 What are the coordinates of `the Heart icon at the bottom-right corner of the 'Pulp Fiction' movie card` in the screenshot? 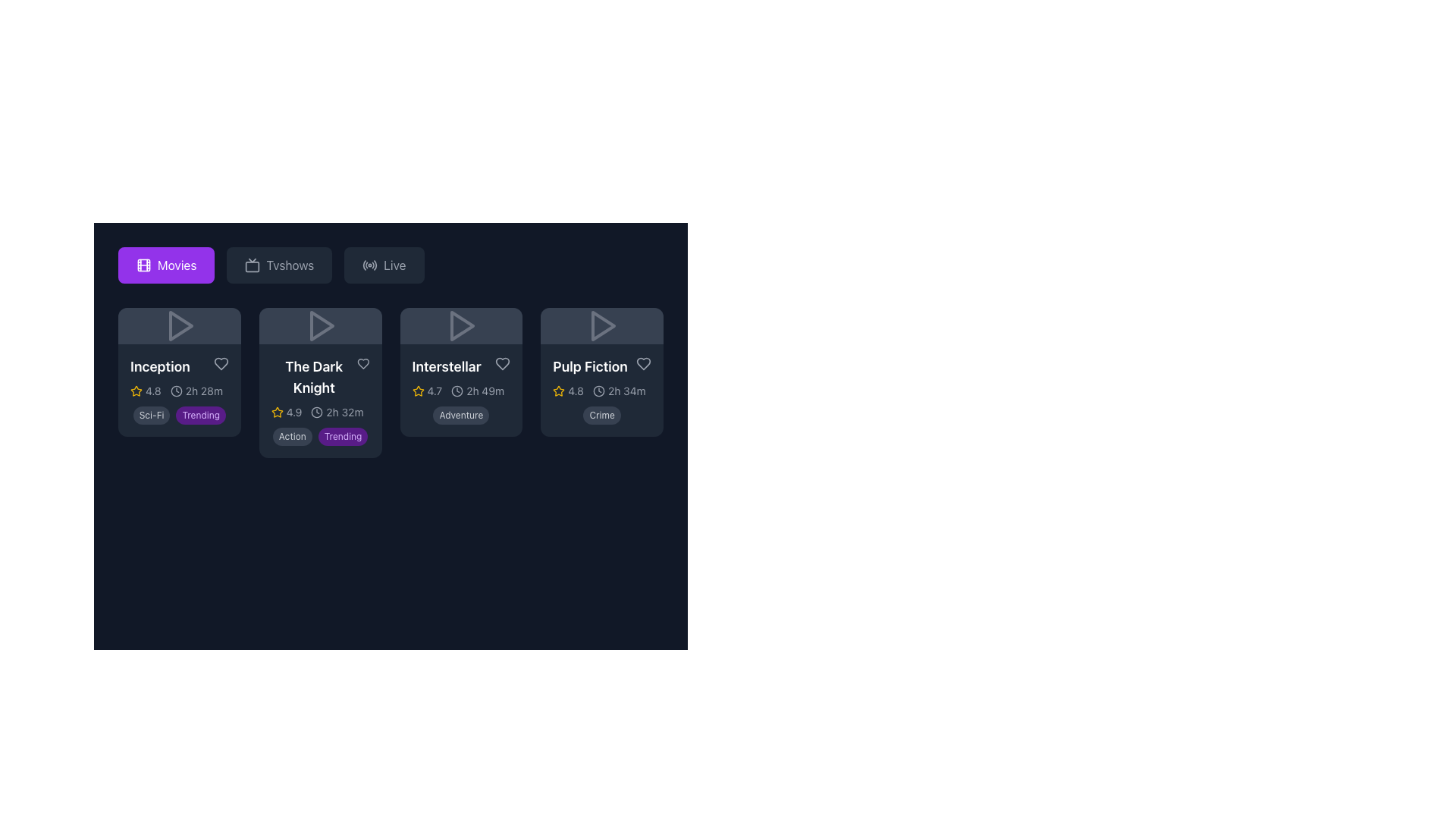 It's located at (644, 363).